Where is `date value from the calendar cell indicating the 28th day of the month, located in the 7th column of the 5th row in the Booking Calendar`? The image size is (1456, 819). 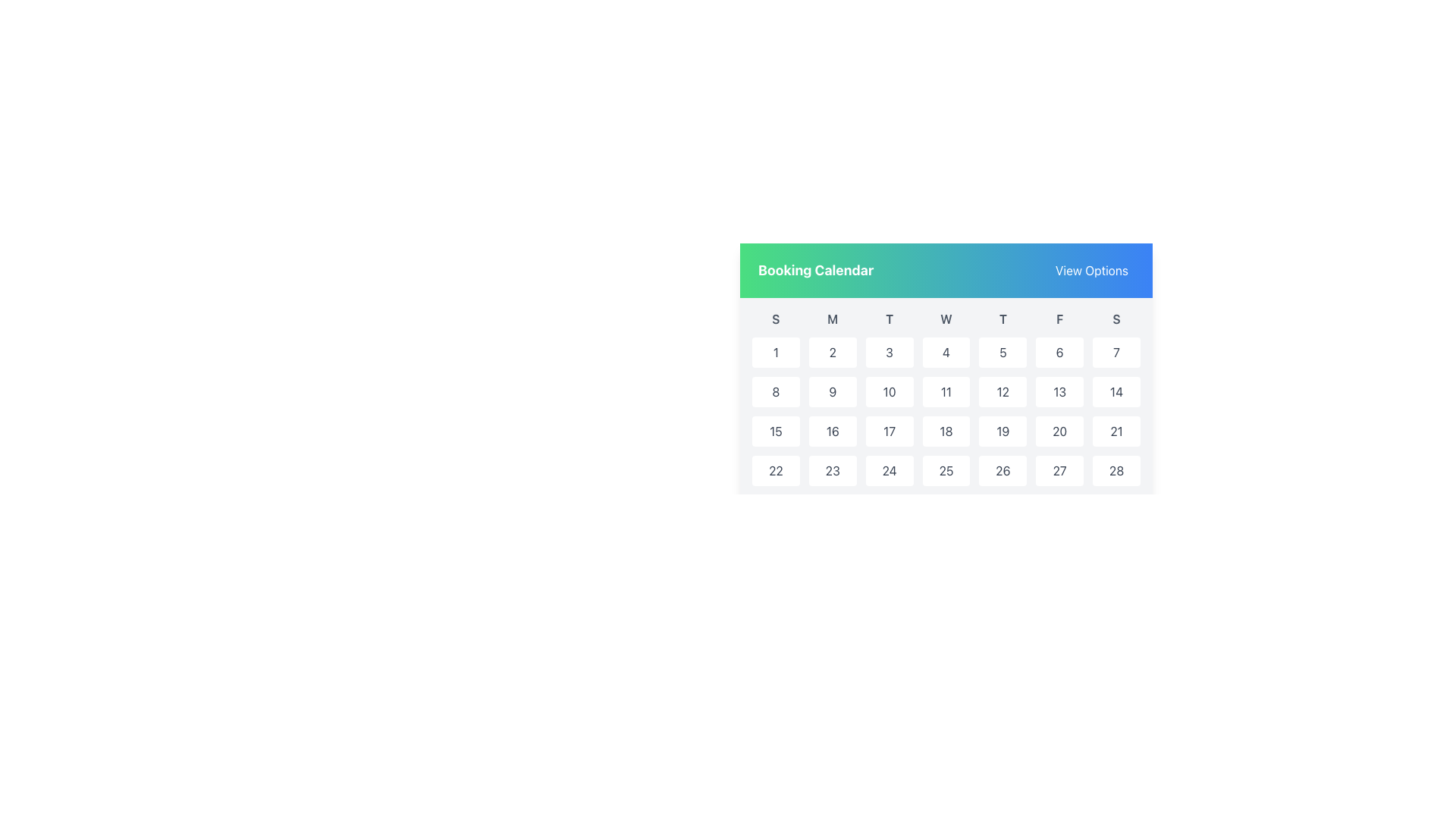
date value from the calendar cell indicating the 28th day of the month, located in the 7th column of the 5th row in the Booking Calendar is located at coordinates (1116, 470).